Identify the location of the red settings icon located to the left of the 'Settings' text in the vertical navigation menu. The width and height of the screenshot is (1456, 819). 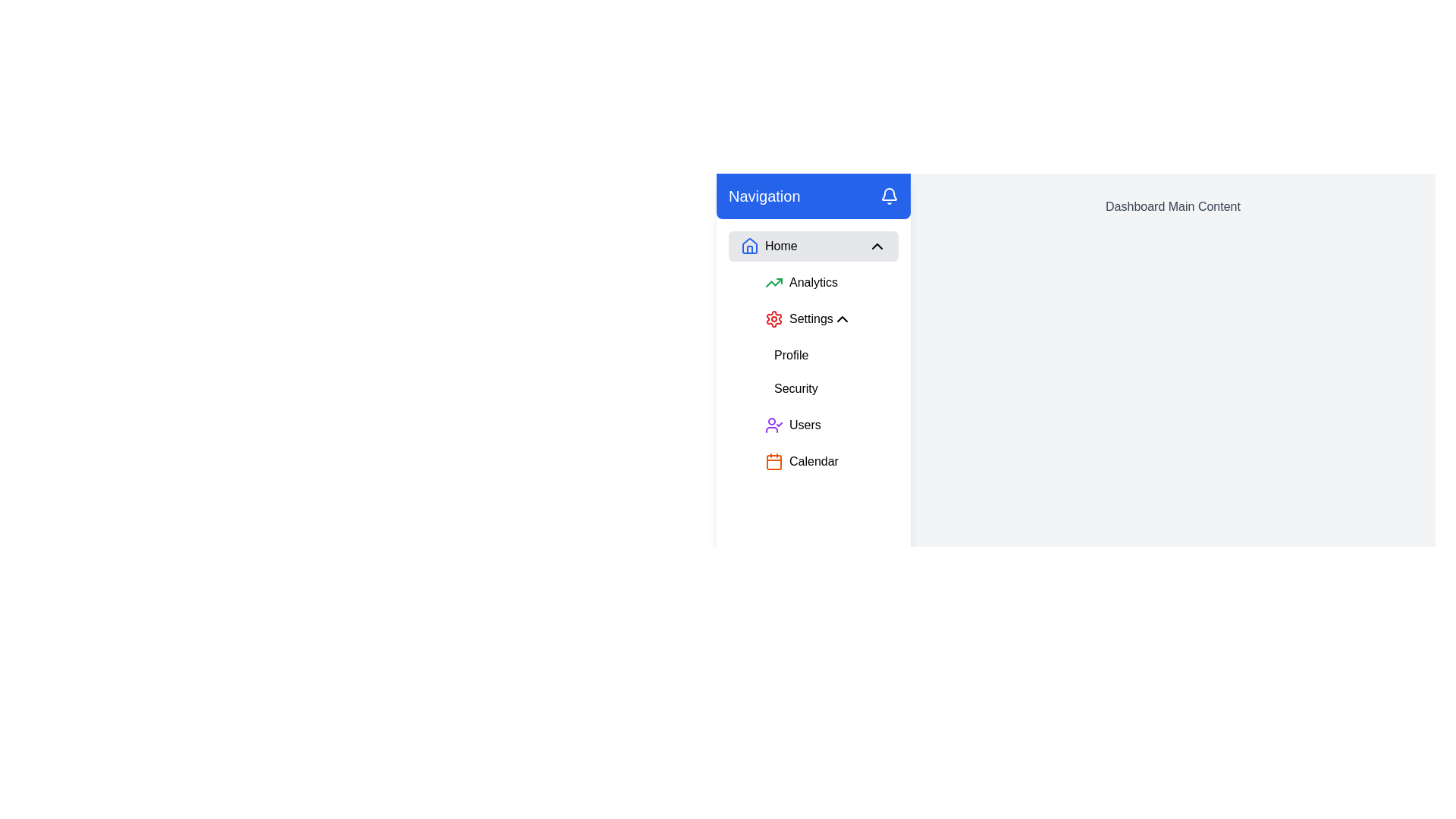
(774, 318).